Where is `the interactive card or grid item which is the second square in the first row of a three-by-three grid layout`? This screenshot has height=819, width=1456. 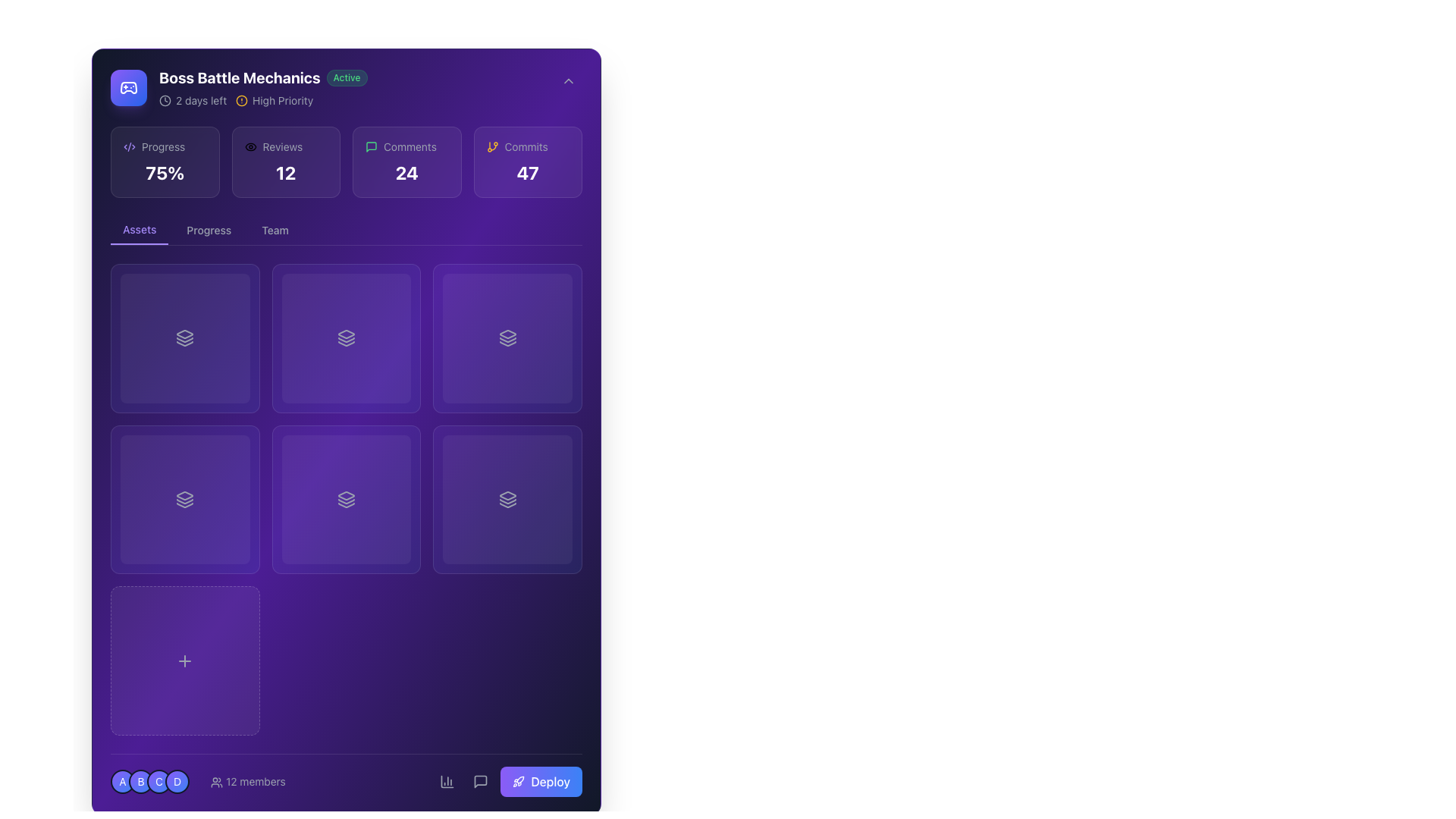 the interactive card or grid item which is the second square in the first row of a three-by-three grid layout is located at coordinates (345, 337).